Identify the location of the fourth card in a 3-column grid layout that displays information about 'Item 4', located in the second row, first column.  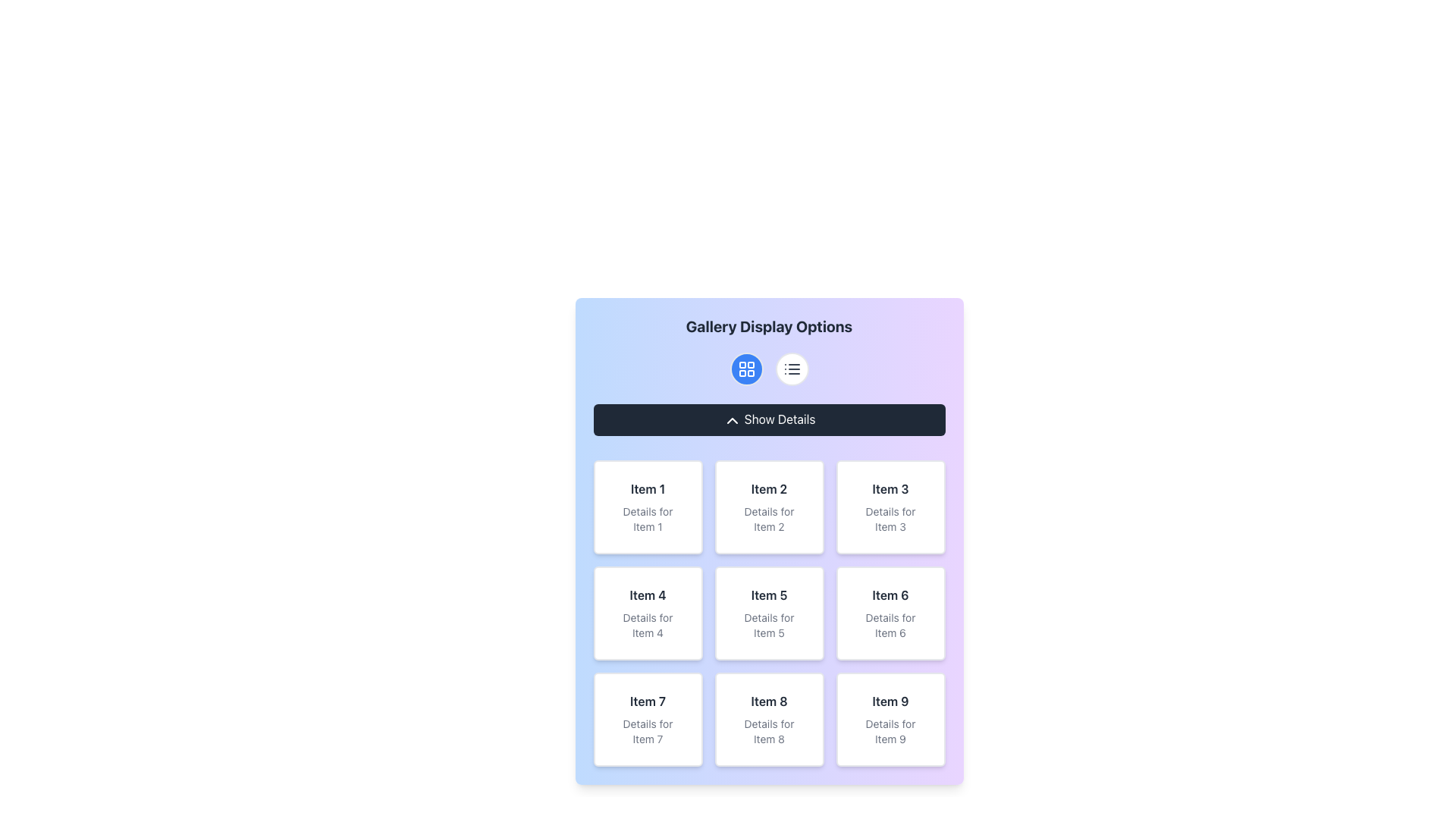
(648, 612).